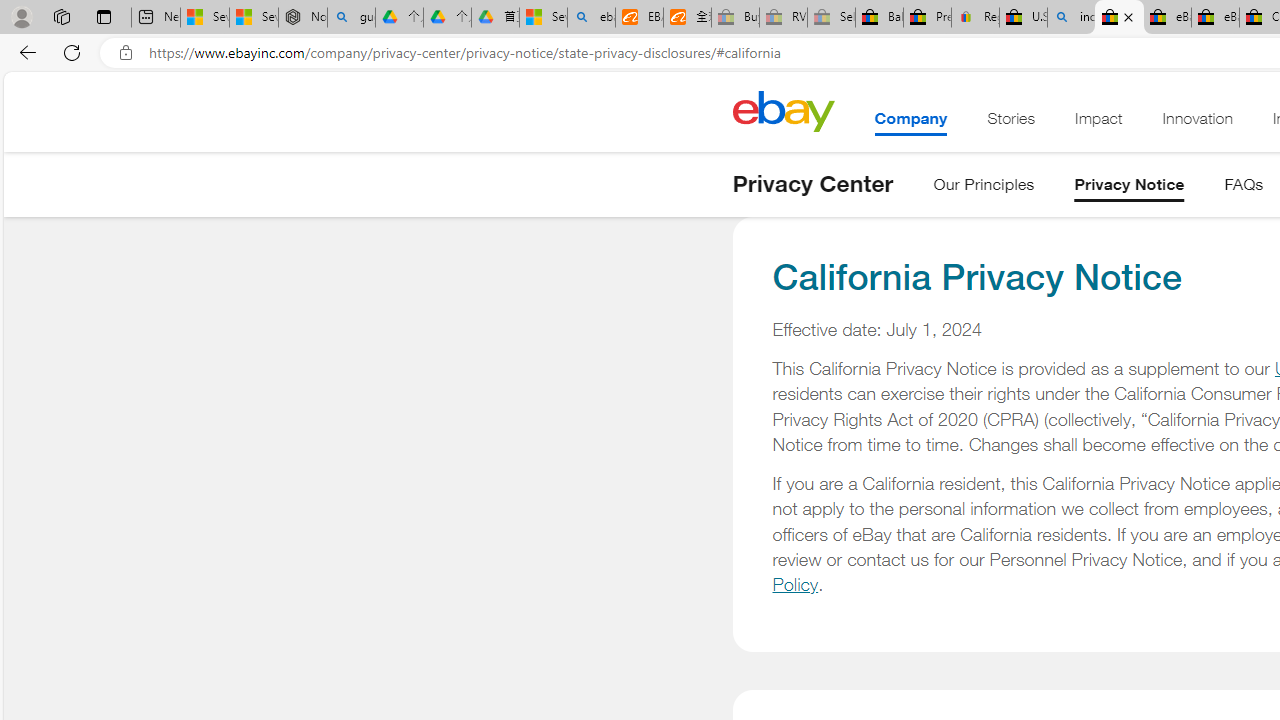 This screenshot has width=1280, height=720. I want to click on 'New tab', so click(155, 17).